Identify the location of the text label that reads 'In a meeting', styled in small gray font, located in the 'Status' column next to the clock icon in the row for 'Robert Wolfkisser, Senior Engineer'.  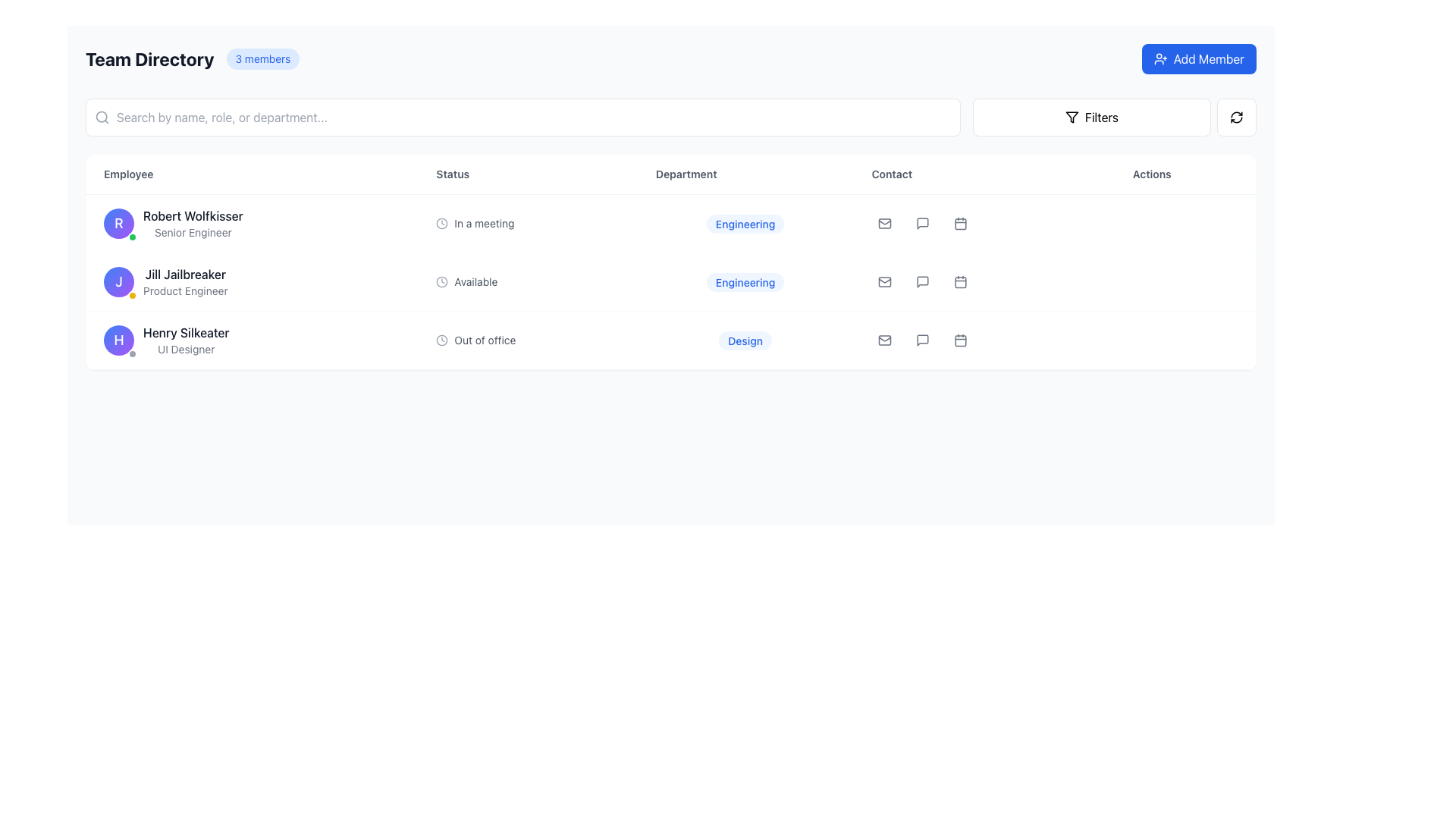
(483, 223).